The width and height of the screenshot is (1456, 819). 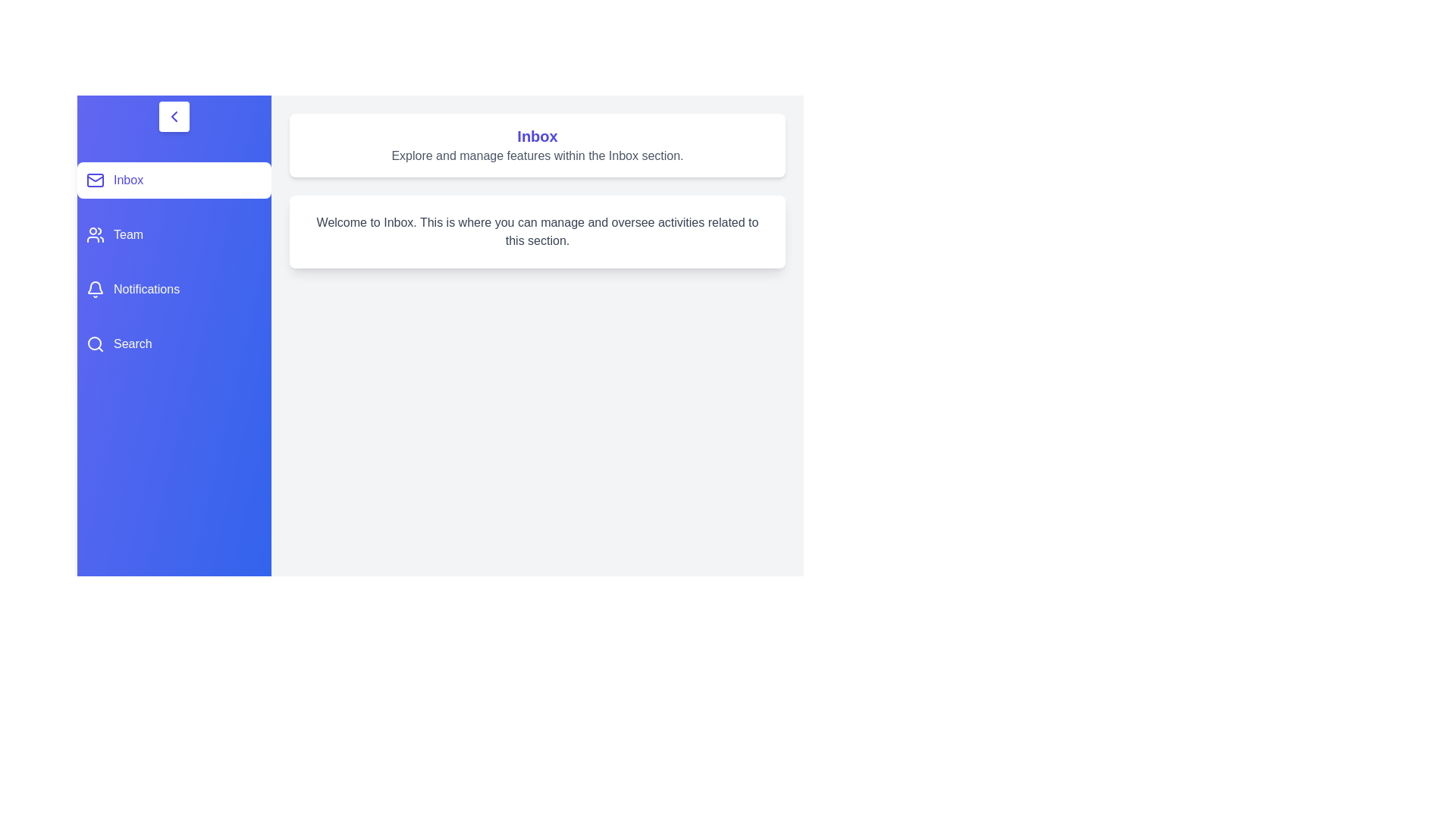 I want to click on the tab corresponding to Team, so click(x=174, y=234).